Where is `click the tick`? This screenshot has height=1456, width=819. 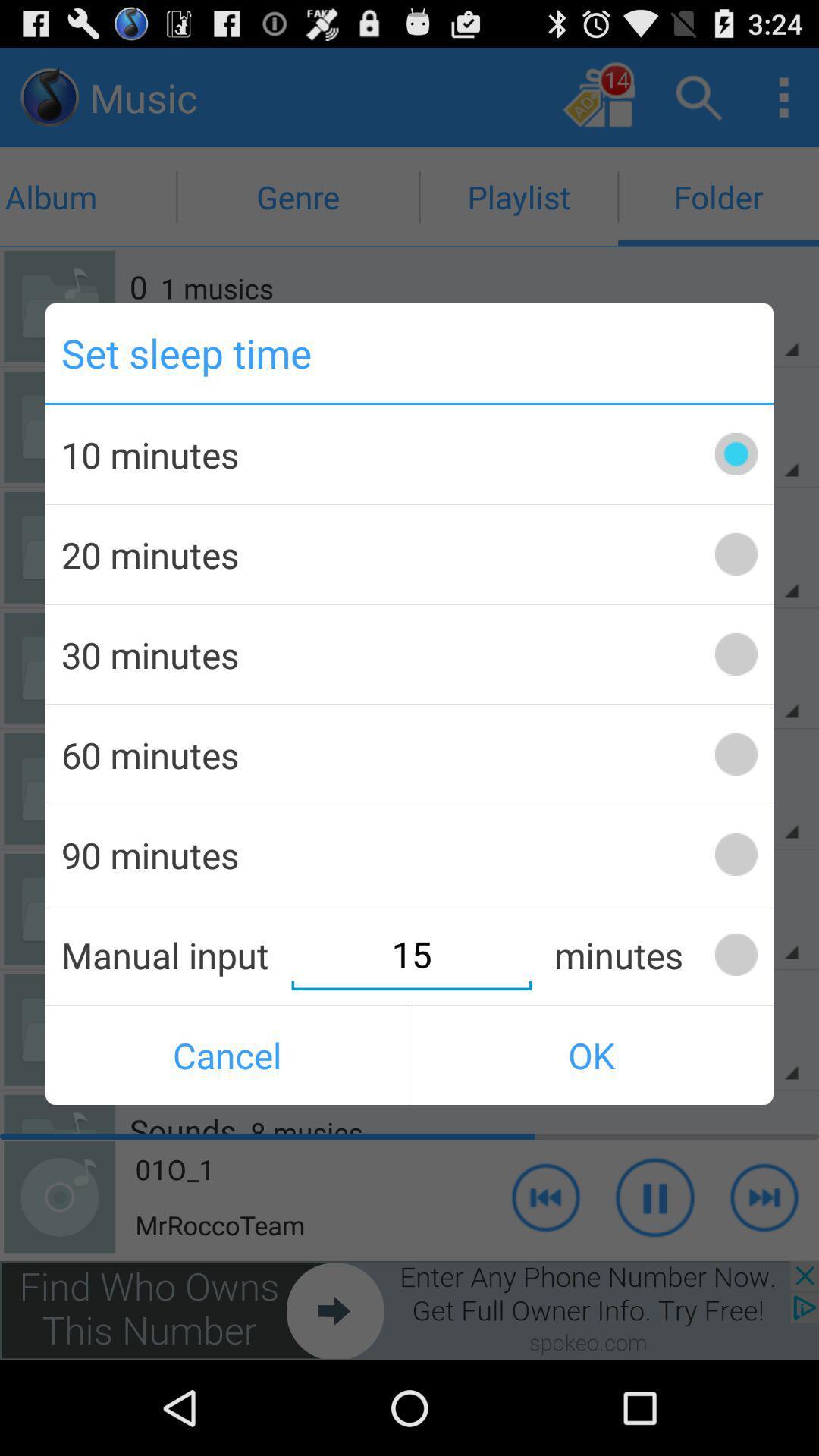 click the tick is located at coordinates (735, 954).